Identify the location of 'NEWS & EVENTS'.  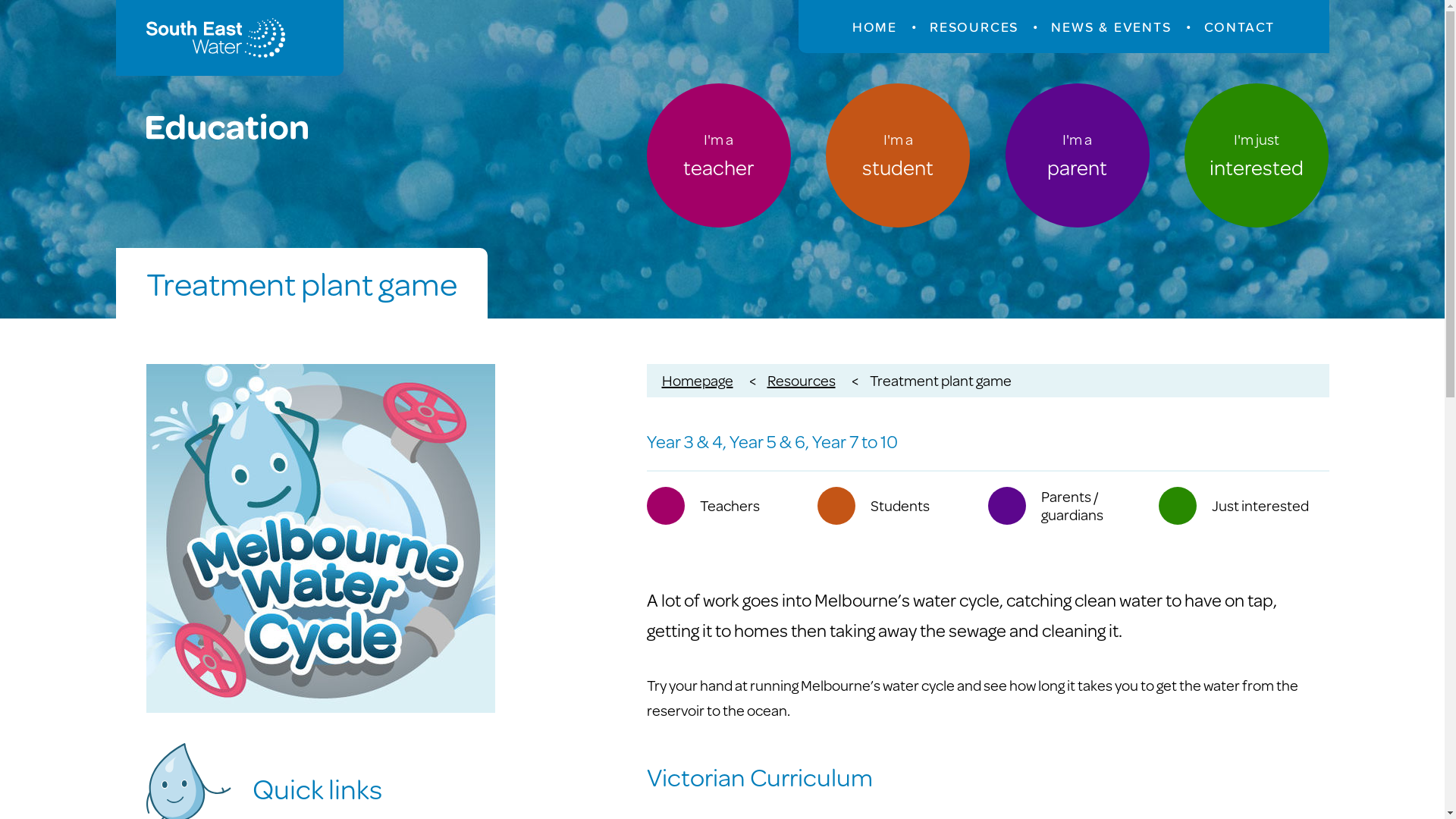
(1110, 27).